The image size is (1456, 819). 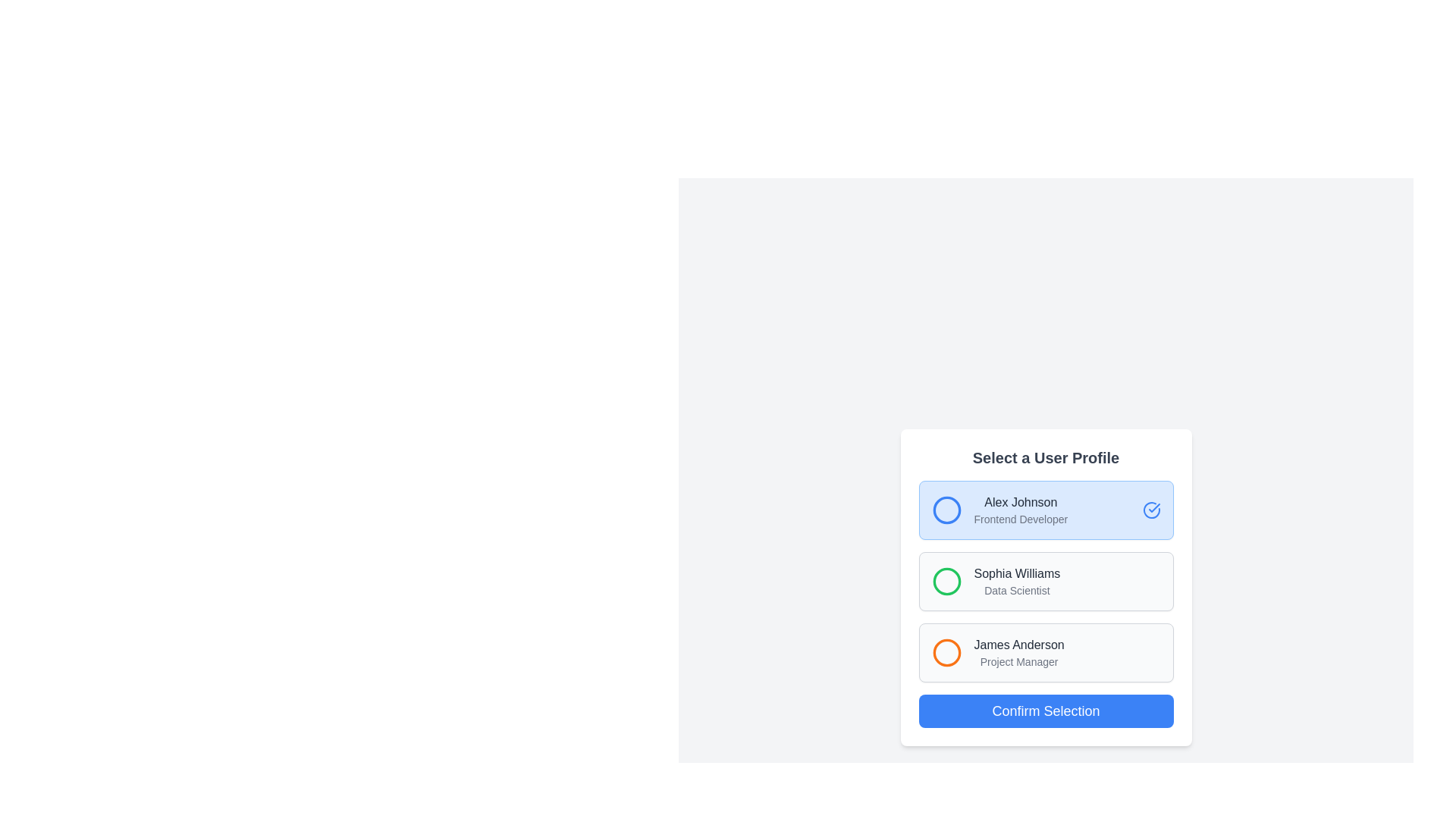 I want to click on the user information card for 'Sophia Williams', the second card in the stack, so click(x=1045, y=581).